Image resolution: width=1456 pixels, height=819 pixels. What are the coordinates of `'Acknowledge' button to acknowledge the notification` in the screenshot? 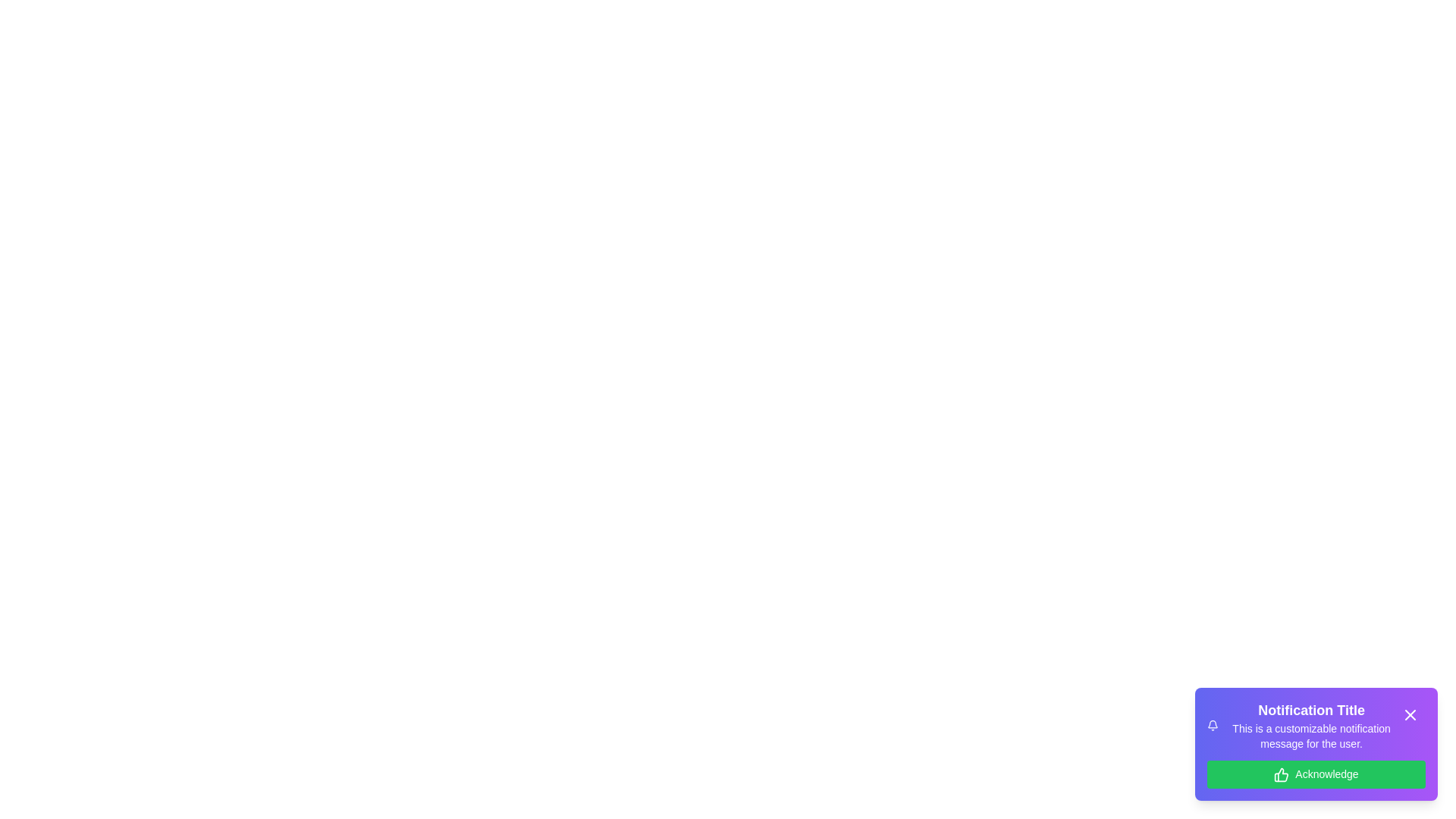 It's located at (1316, 774).